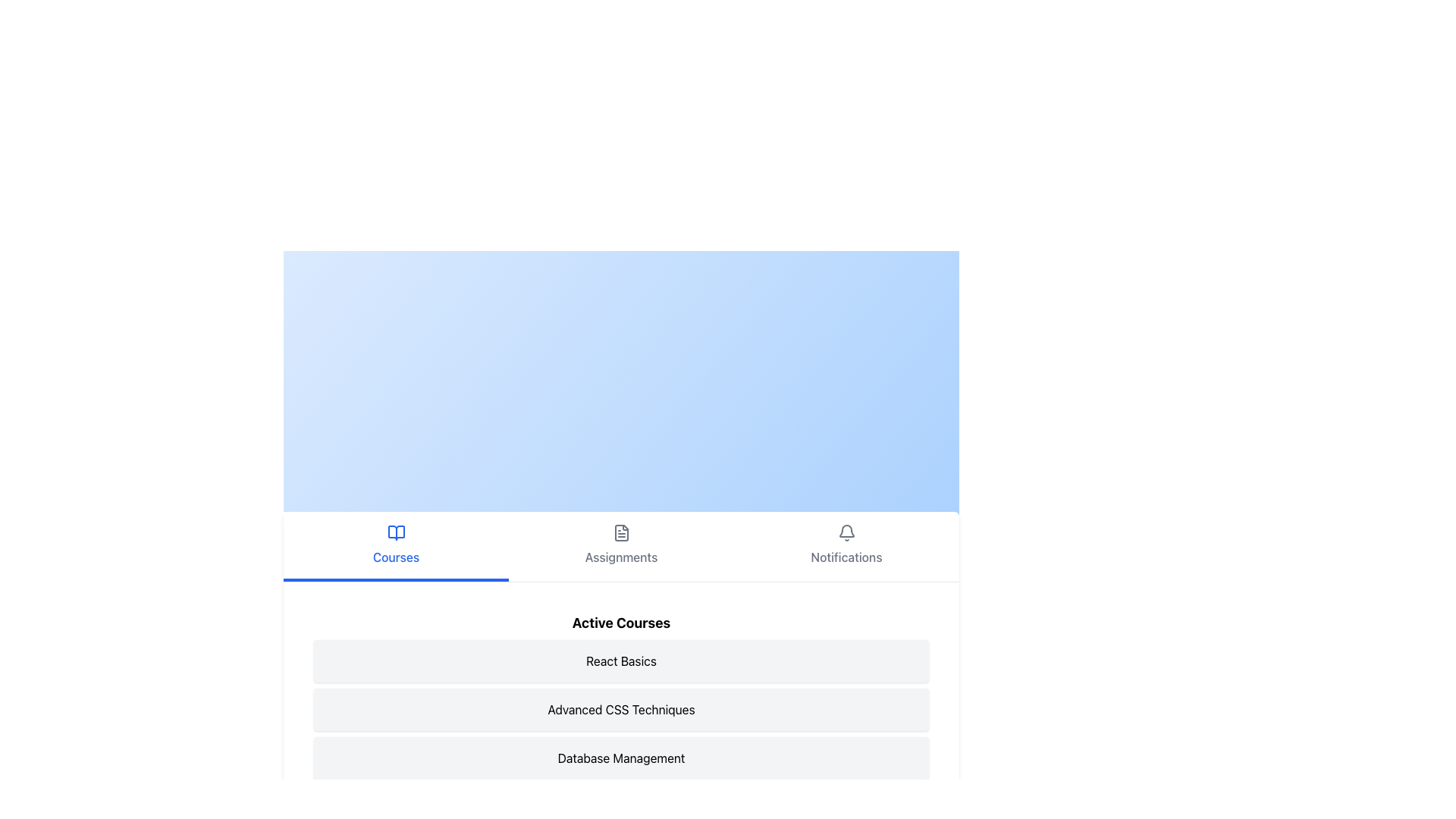 The width and height of the screenshot is (1456, 819). What do you see at coordinates (621, 544) in the screenshot?
I see `the Navigation Button labeled 'Assignments', which features a gray document icon above the text label` at bounding box center [621, 544].